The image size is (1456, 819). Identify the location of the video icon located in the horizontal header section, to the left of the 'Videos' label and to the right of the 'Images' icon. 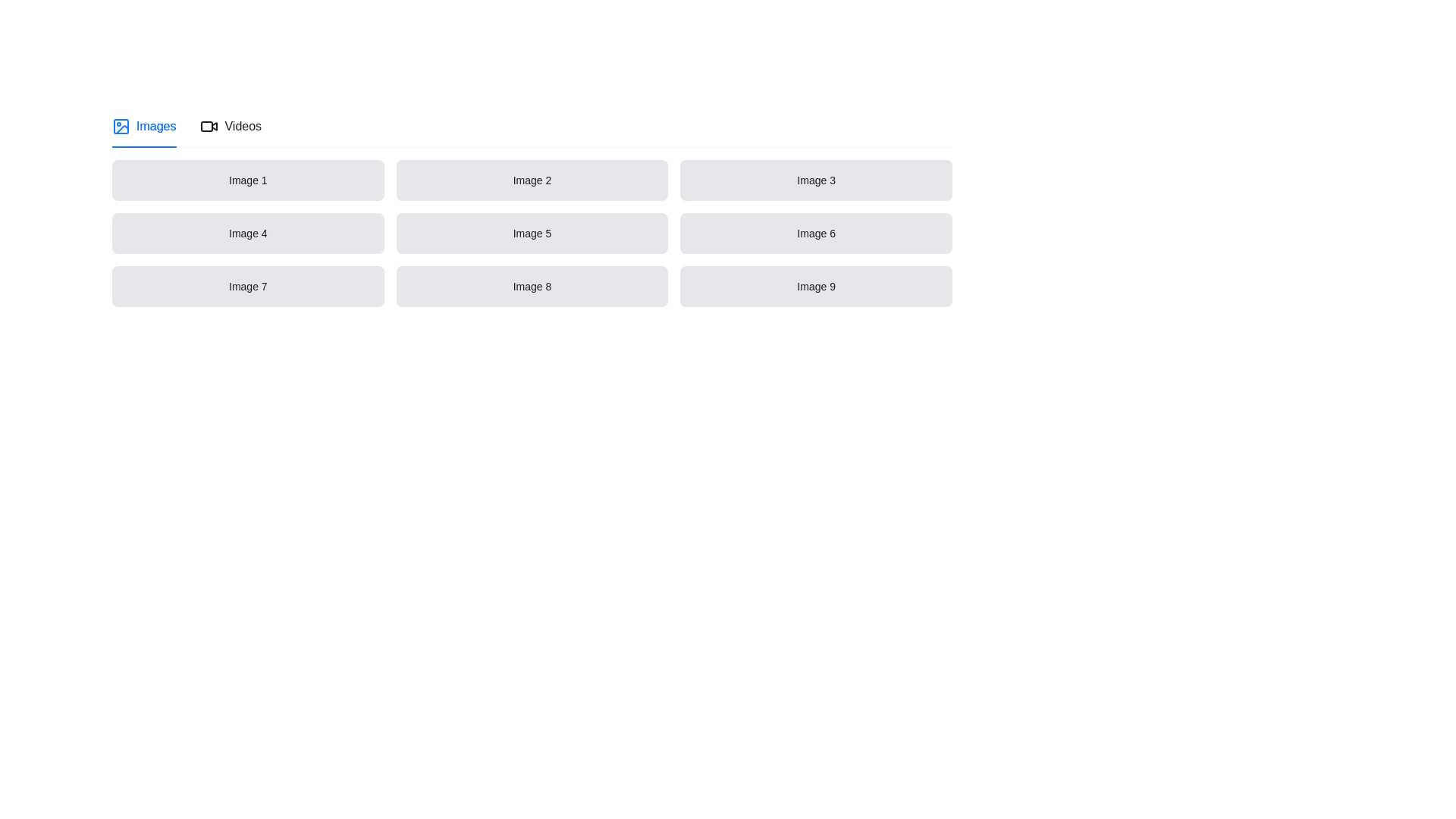
(209, 125).